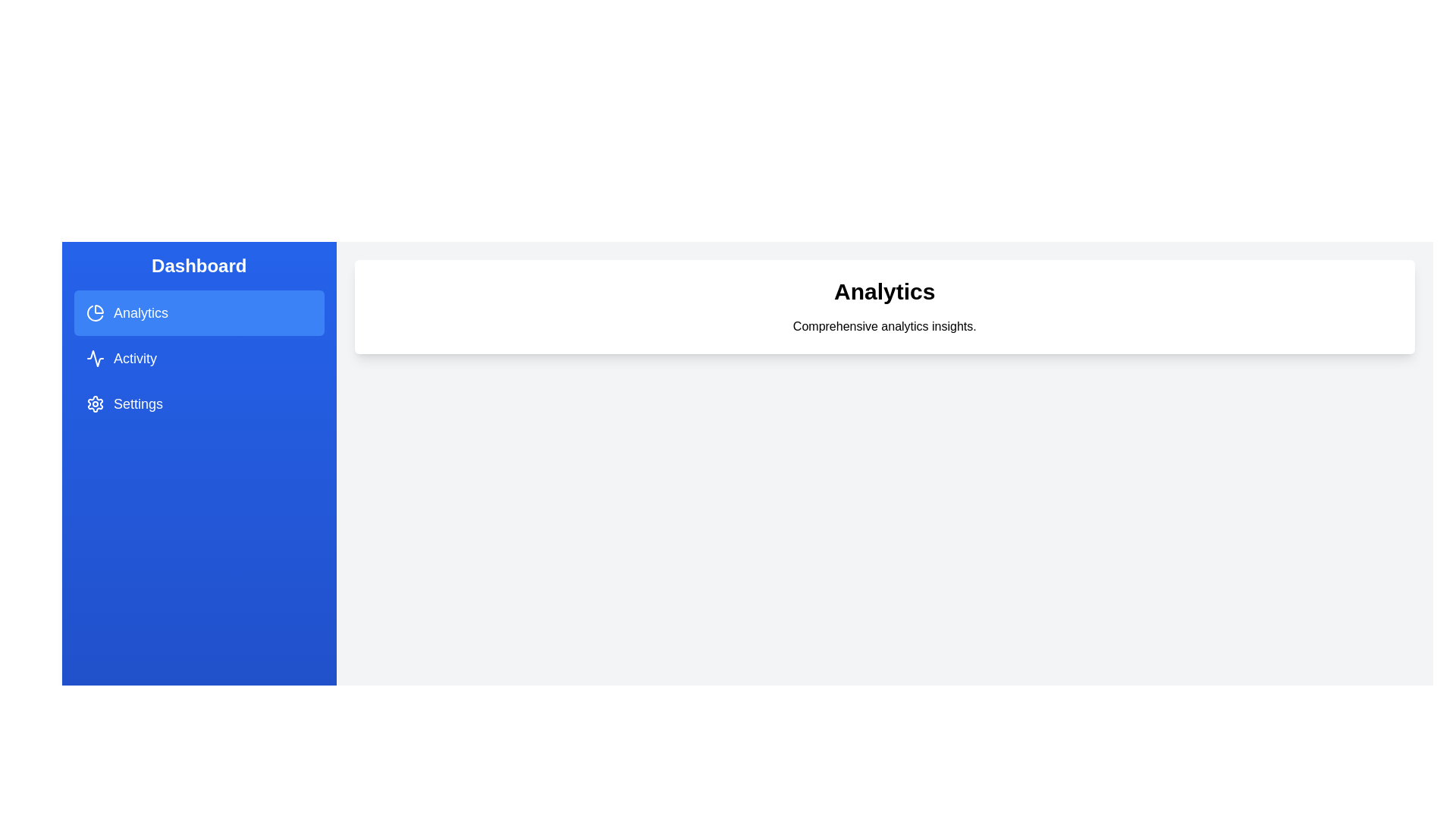 The image size is (1456, 819). Describe the element at coordinates (198, 265) in the screenshot. I see `the static text label or header located at the top-left corner of the navigation menu, which indicates the current section or category of the app` at that location.